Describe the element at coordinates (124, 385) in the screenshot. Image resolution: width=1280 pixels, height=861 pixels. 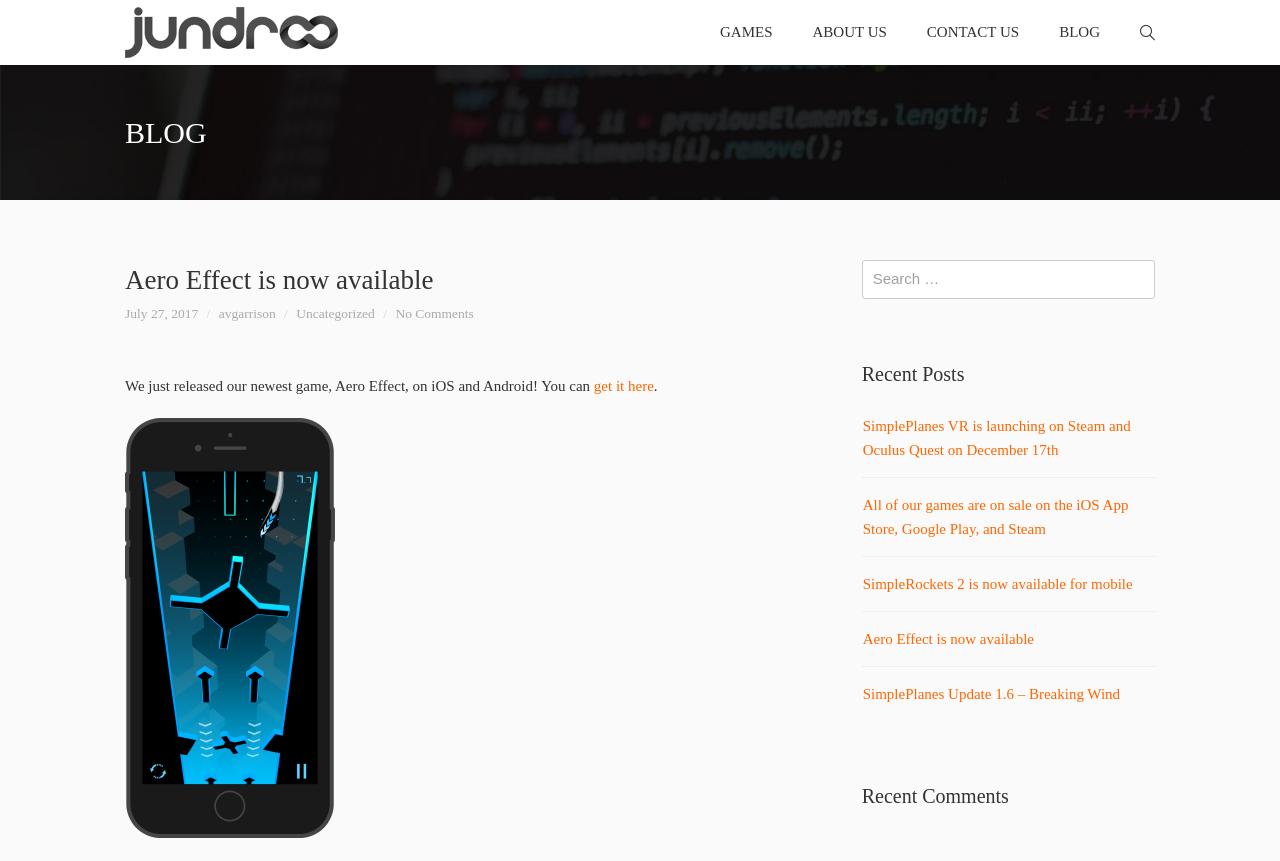
I see `'We just released our newest game, Aero Effect, on iOS and Android! You can'` at that location.